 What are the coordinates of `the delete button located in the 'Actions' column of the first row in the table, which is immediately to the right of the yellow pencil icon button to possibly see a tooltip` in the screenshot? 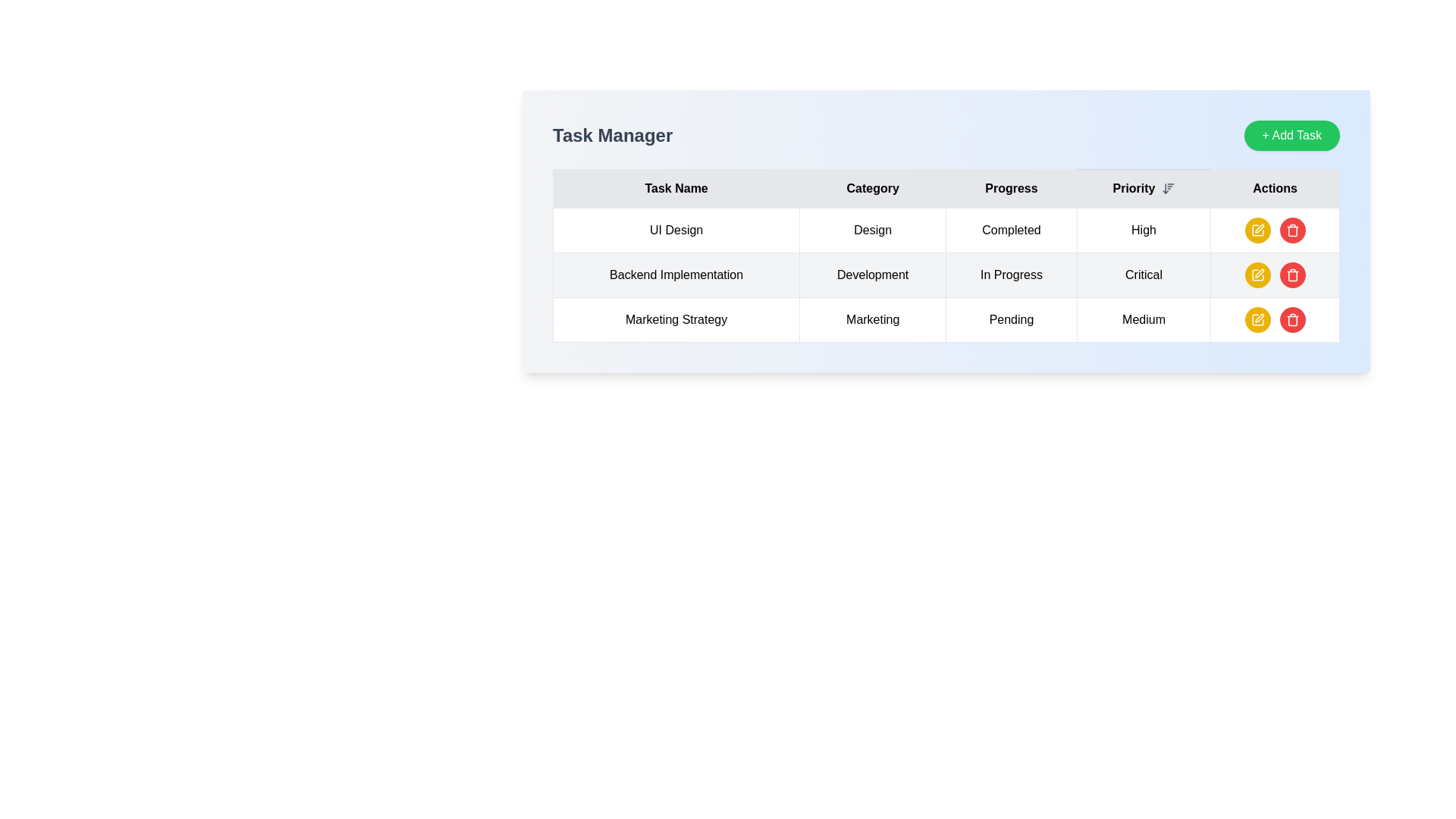 It's located at (1274, 231).